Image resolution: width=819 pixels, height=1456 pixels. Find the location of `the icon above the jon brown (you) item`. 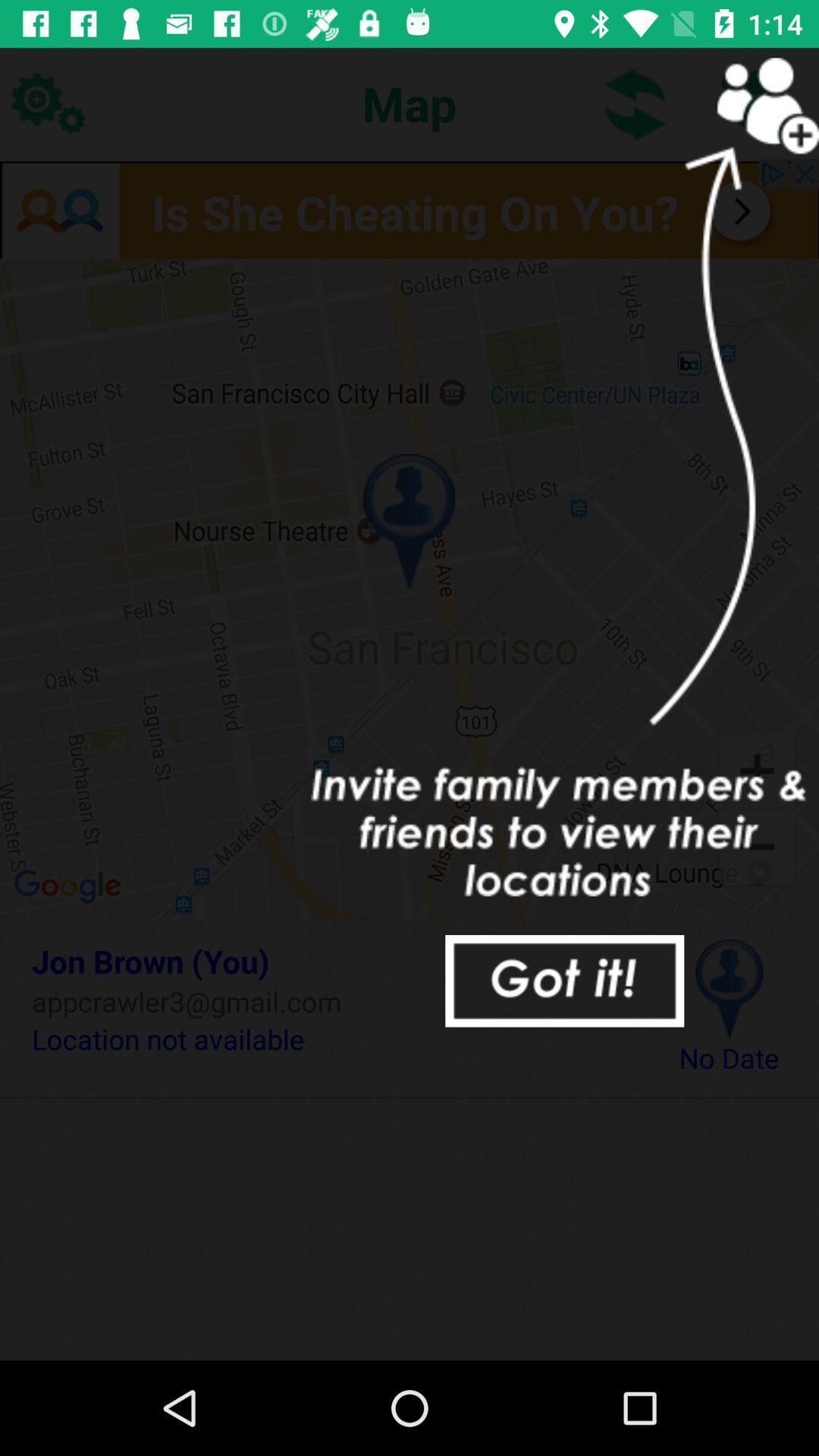

the icon above the jon brown (you) item is located at coordinates (409, 588).